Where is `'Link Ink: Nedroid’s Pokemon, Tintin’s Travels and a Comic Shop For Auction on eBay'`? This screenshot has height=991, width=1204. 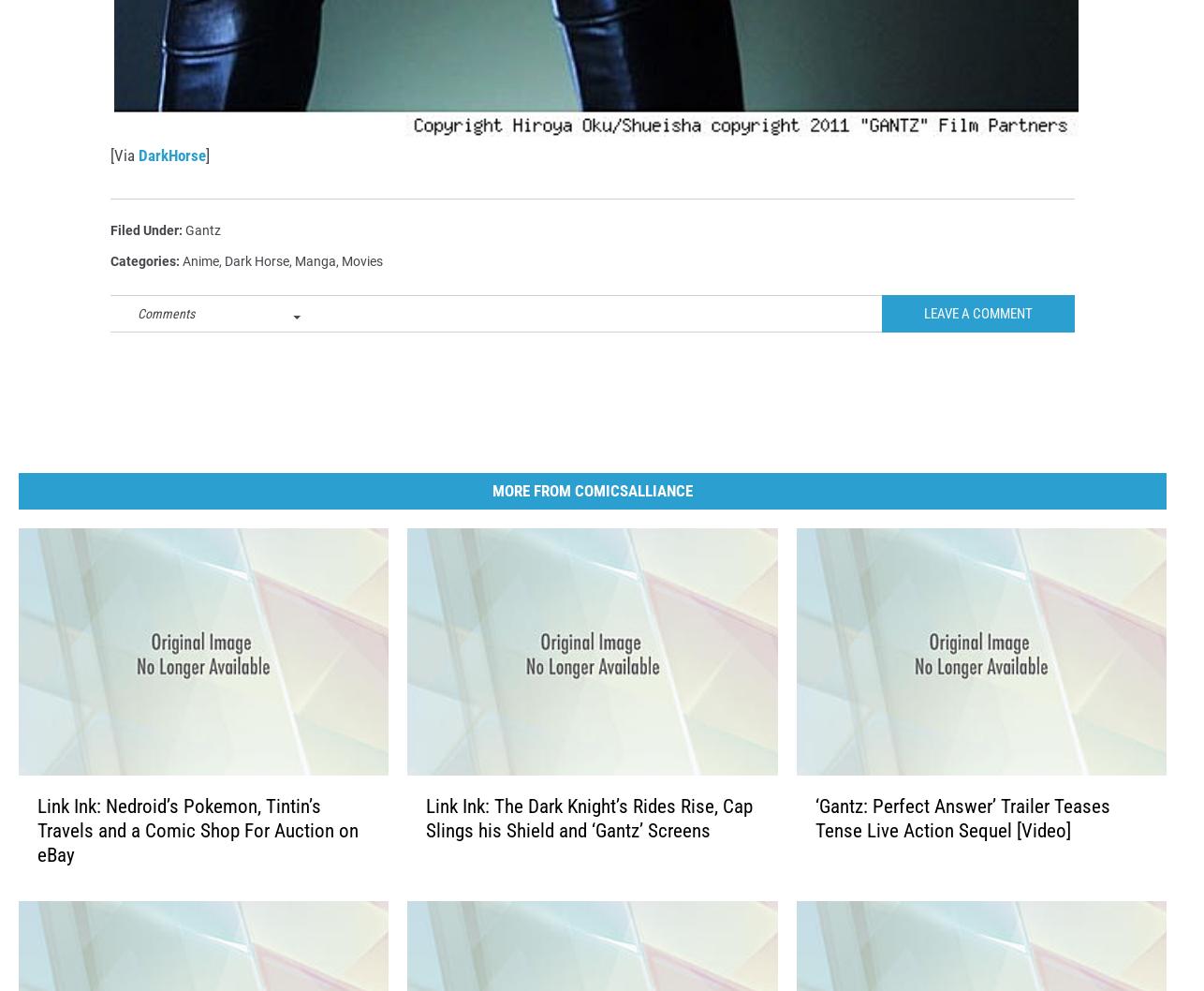 'Link Ink: Nedroid’s Pokemon, Tintin’s Travels and a Comic Shop For Auction on eBay' is located at coordinates (198, 860).